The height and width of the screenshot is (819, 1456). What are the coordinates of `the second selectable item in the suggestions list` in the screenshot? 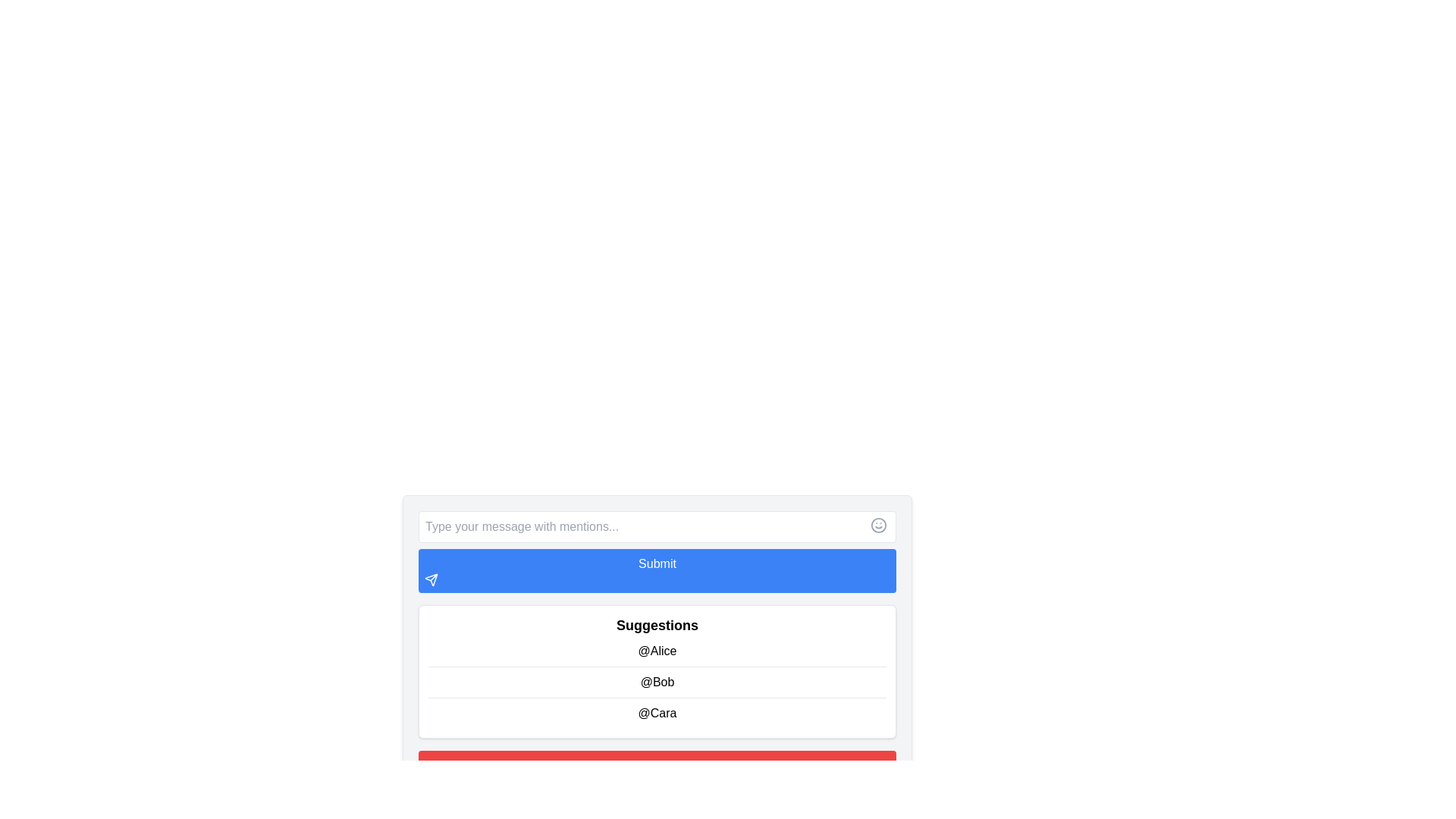 It's located at (657, 680).